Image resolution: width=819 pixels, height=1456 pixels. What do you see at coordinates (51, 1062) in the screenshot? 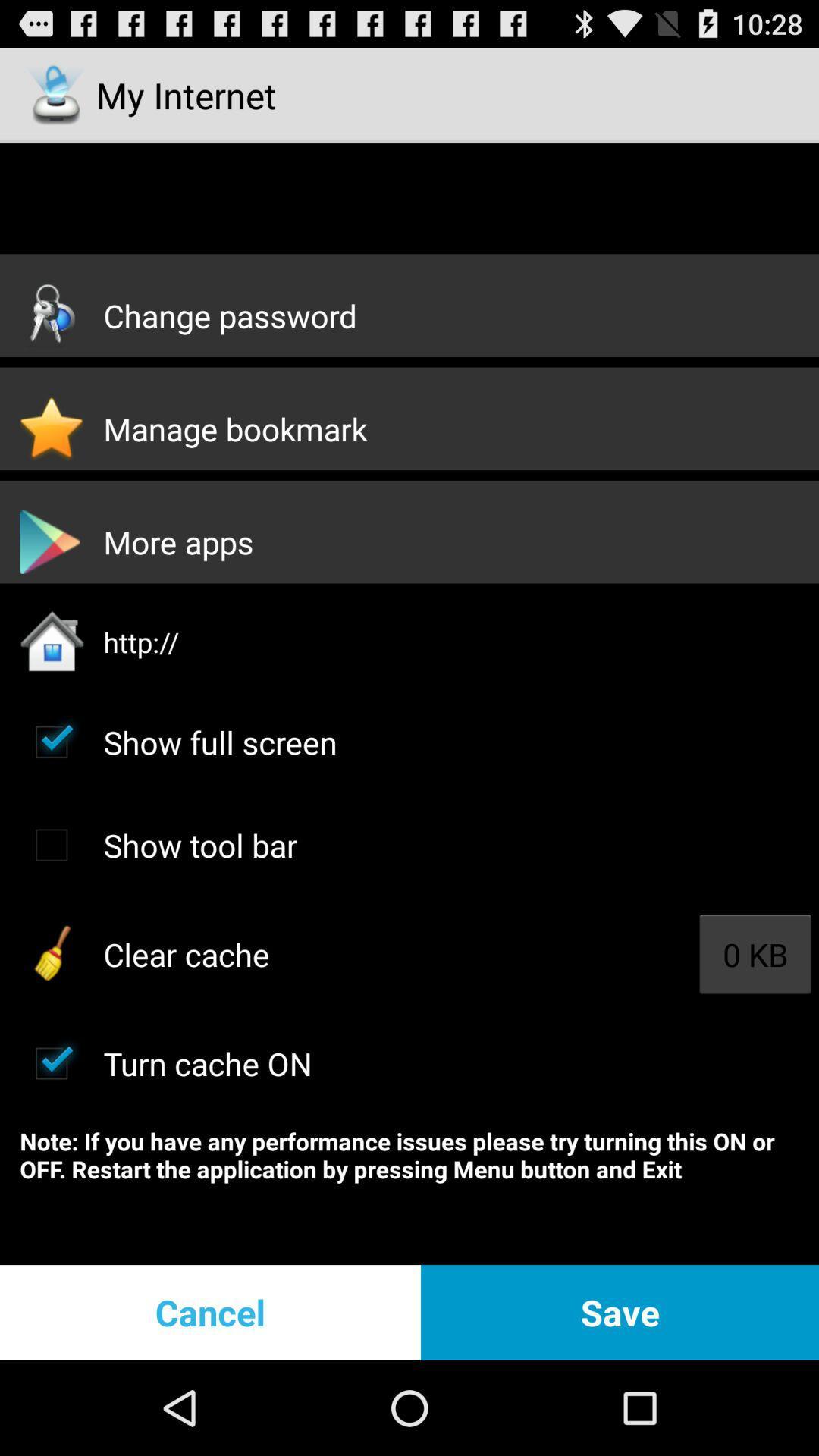
I see `the box` at bounding box center [51, 1062].